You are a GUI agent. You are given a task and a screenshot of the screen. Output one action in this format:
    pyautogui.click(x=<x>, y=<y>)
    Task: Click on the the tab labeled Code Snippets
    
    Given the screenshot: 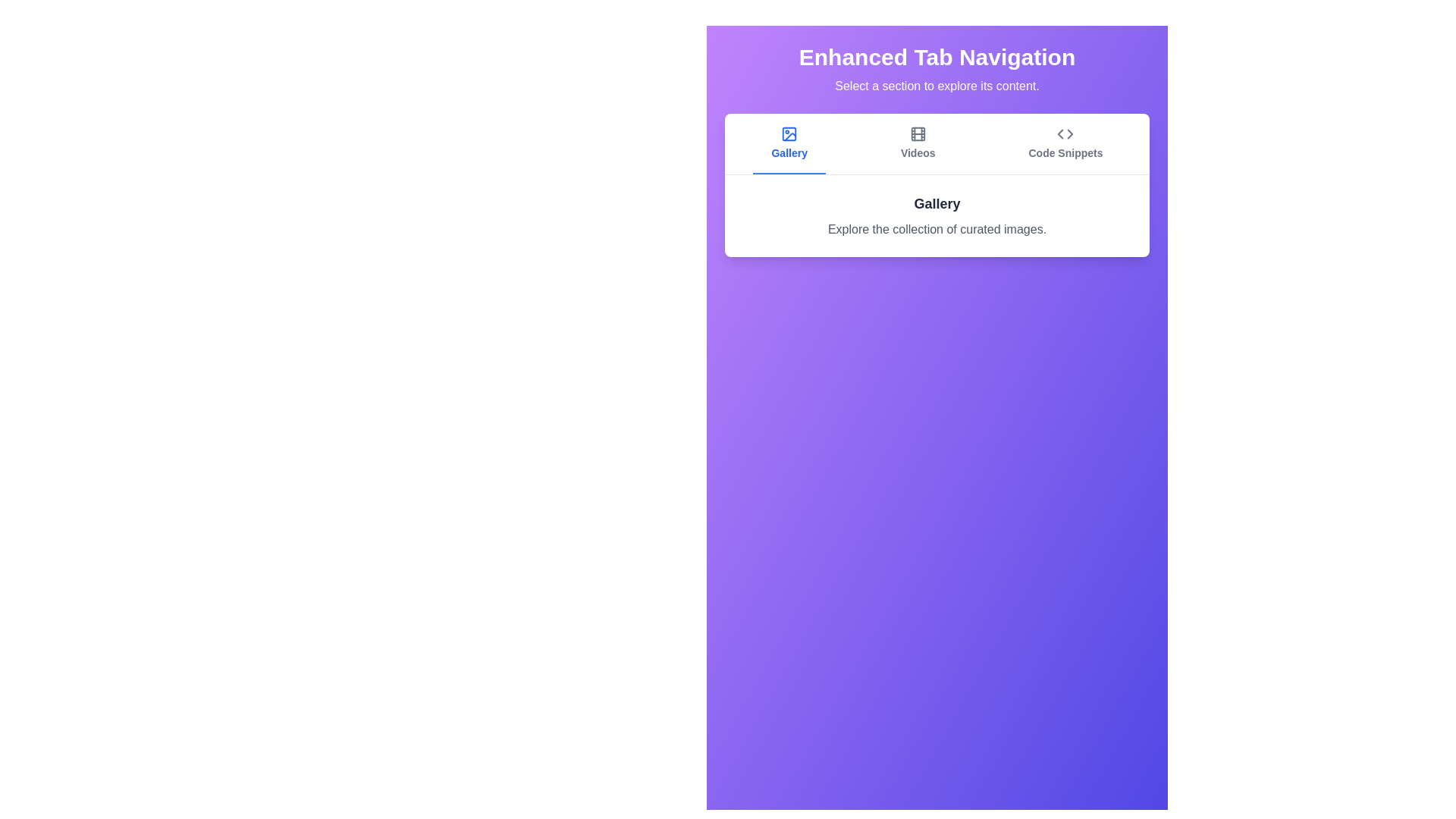 What is the action you would take?
    pyautogui.click(x=1065, y=143)
    